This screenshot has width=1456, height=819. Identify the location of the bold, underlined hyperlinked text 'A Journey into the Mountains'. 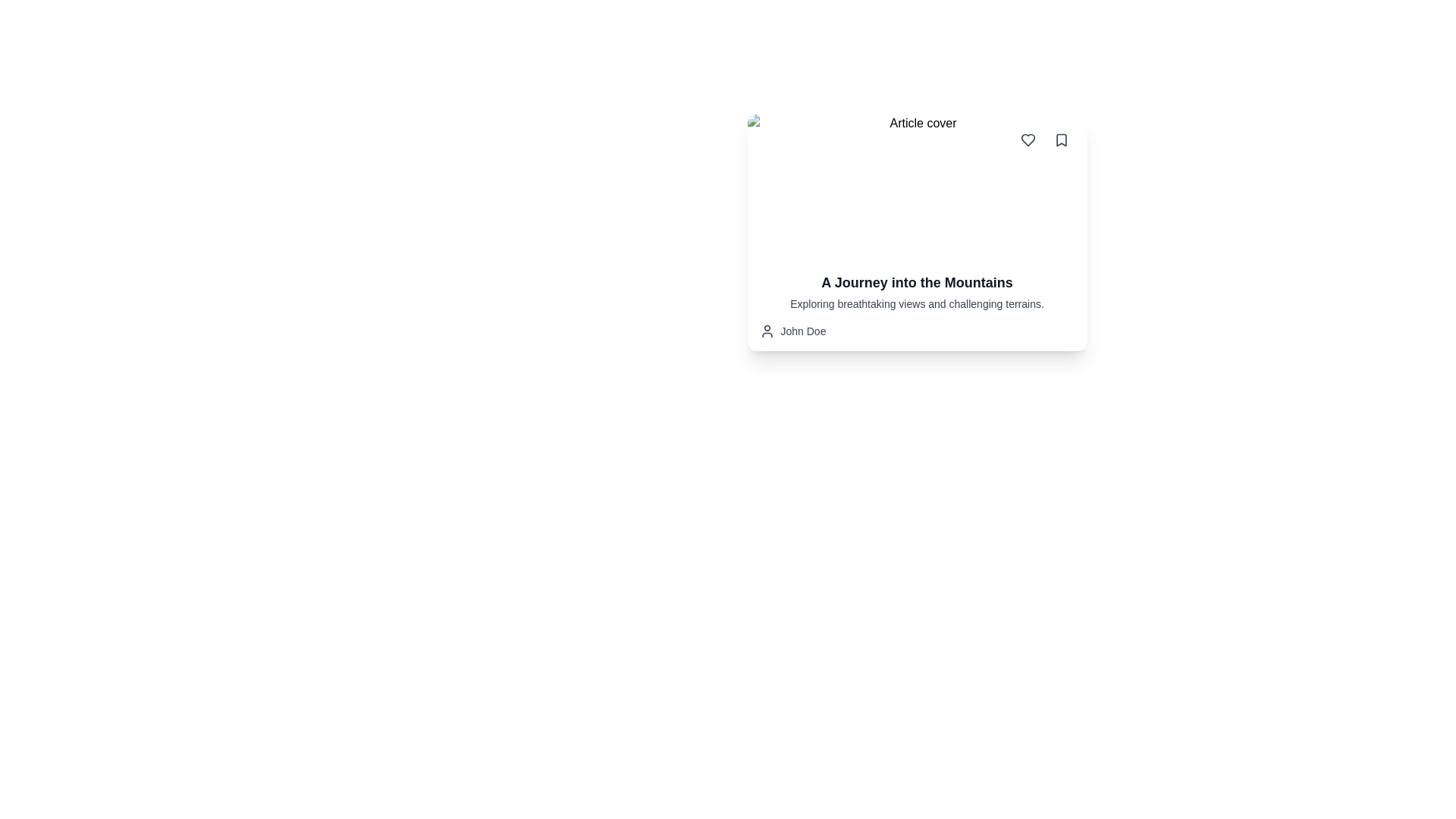
(916, 283).